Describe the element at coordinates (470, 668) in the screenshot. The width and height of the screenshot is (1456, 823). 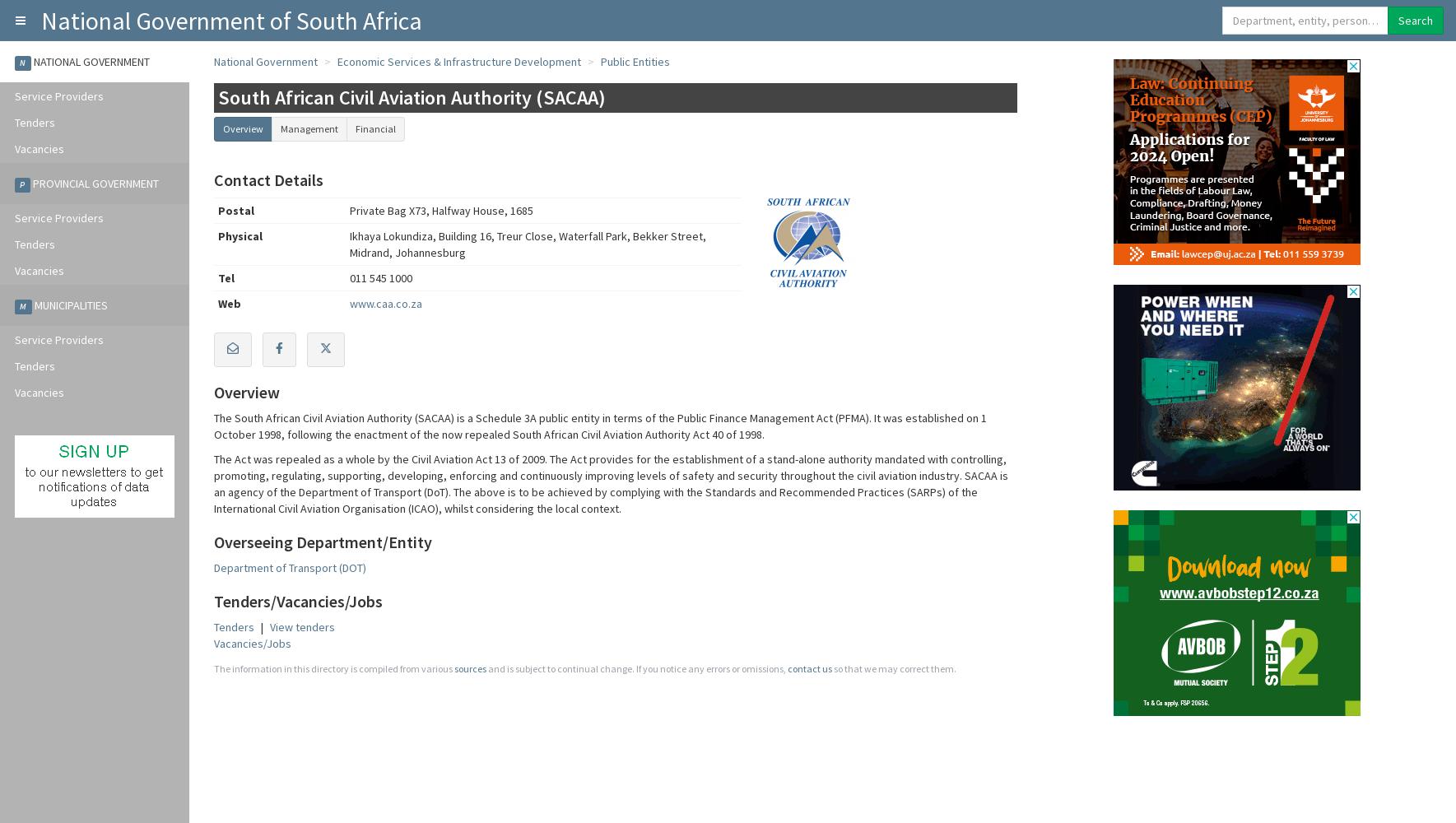
I see `'sources'` at that location.